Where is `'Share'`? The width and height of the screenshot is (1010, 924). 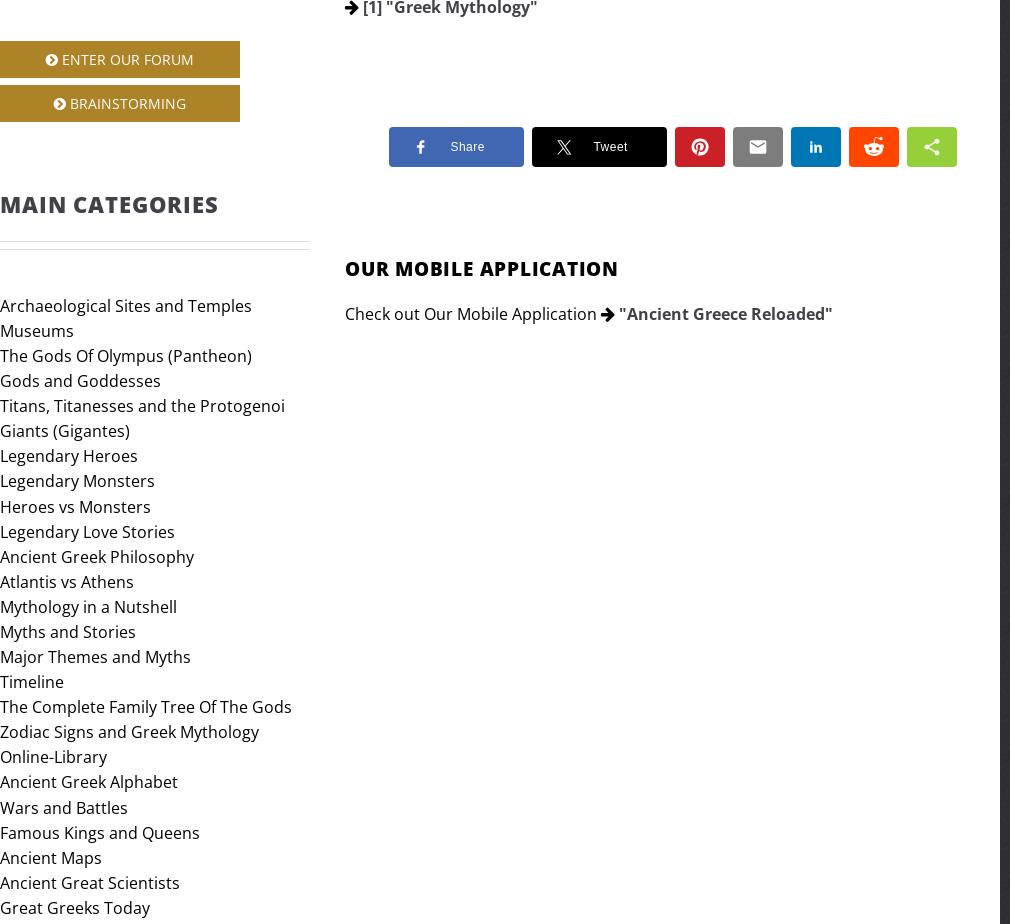
'Share' is located at coordinates (467, 147).